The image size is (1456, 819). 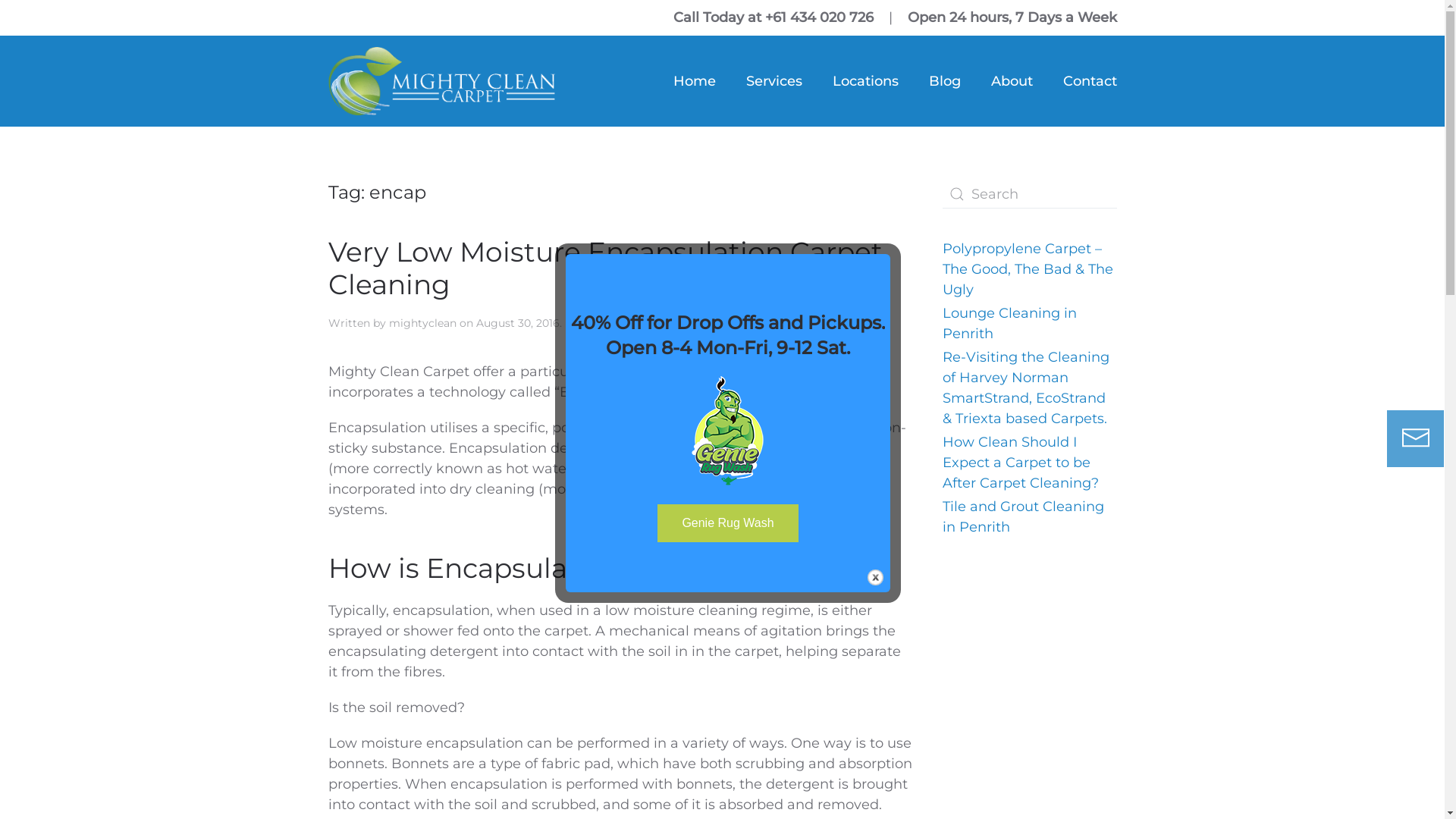 What do you see at coordinates (1089, 81) in the screenshot?
I see `'Contact'` at bounding box center [1089, 81].